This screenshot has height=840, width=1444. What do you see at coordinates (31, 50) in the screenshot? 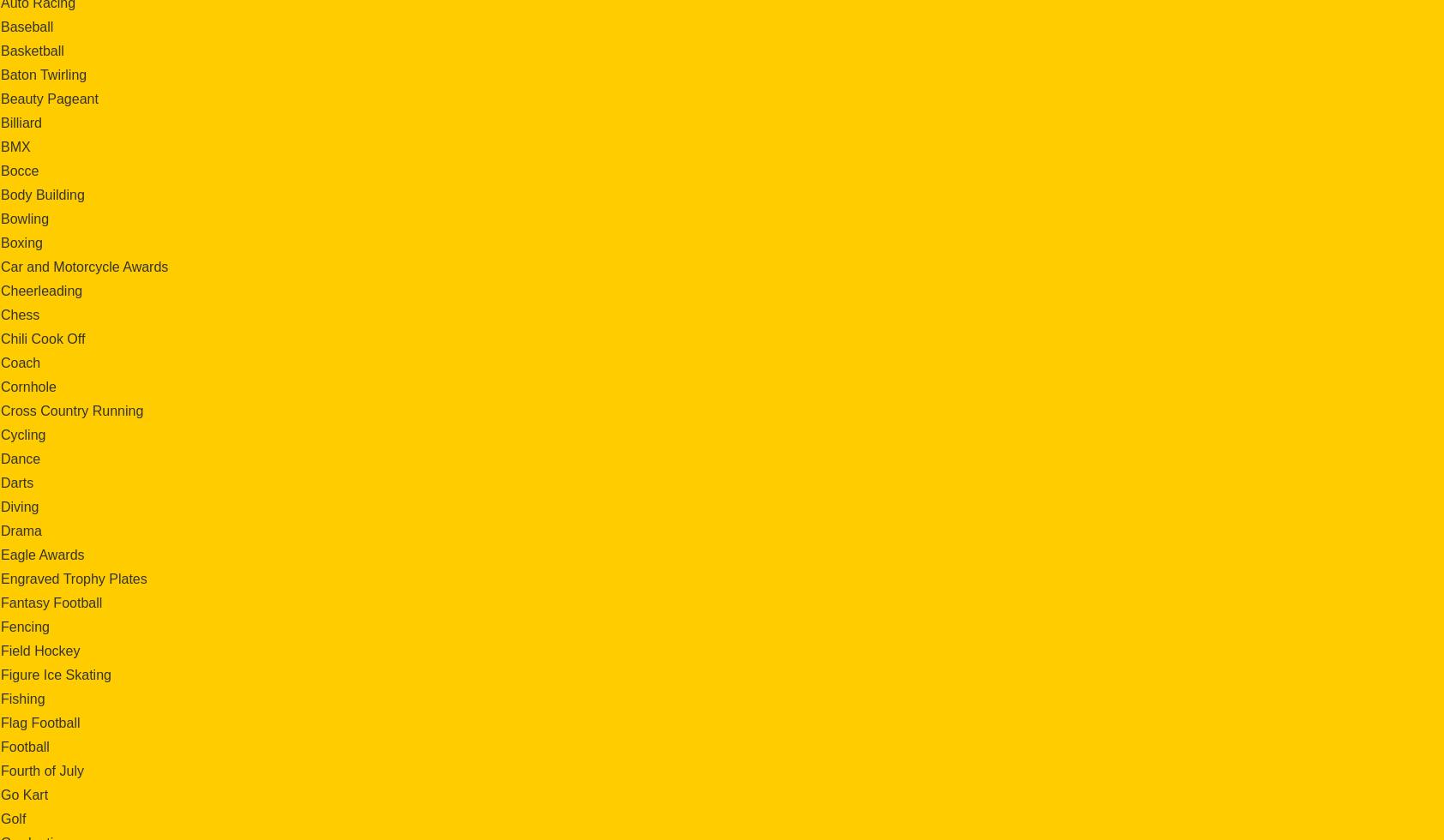
I see `'Basketball'` at bounding box center [31, 50].